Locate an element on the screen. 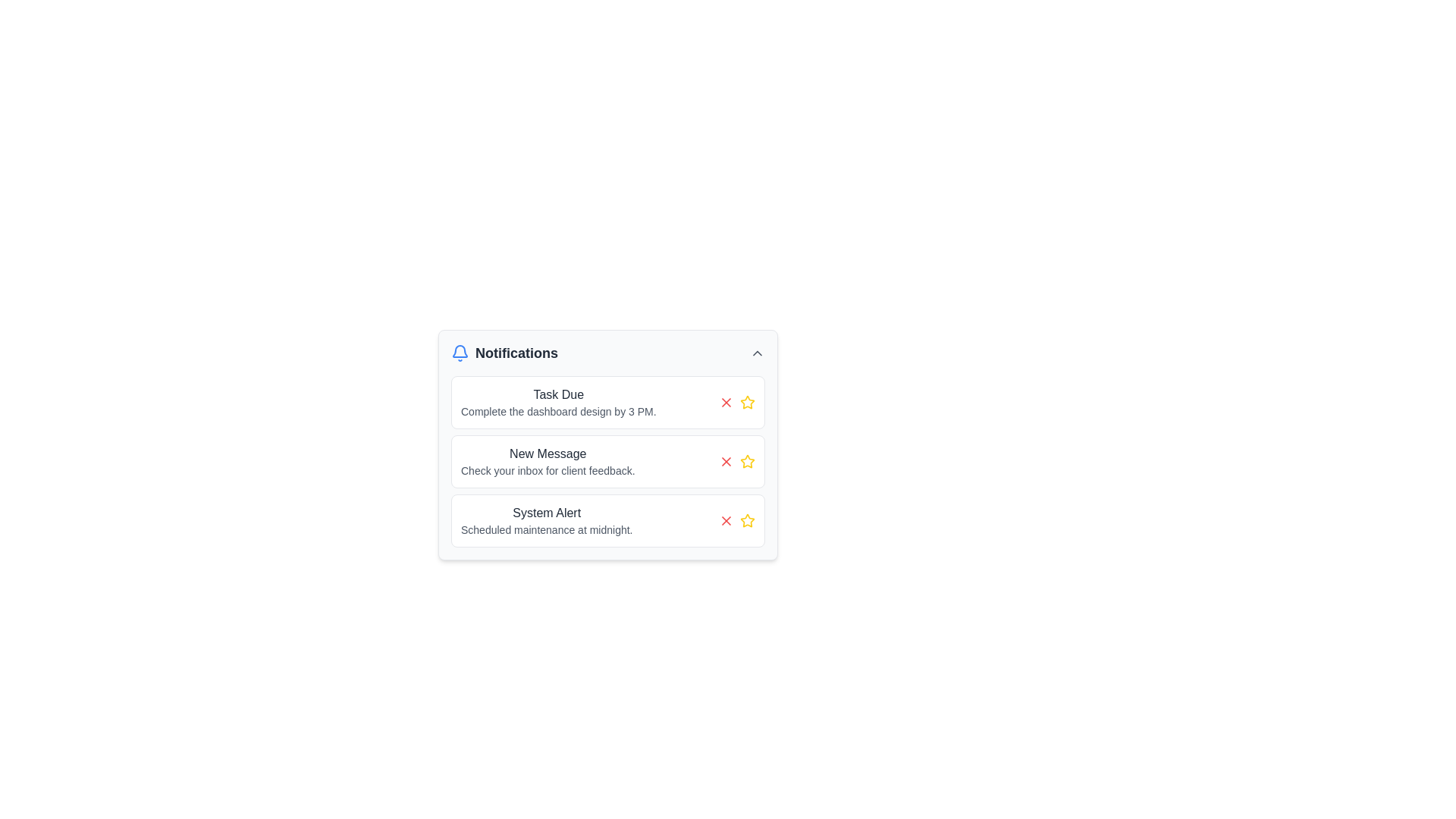 Image resolution: width=1456 pixels, height=819 pixels. the star icon on the System Alert notification is located at coordinates (607, 519).